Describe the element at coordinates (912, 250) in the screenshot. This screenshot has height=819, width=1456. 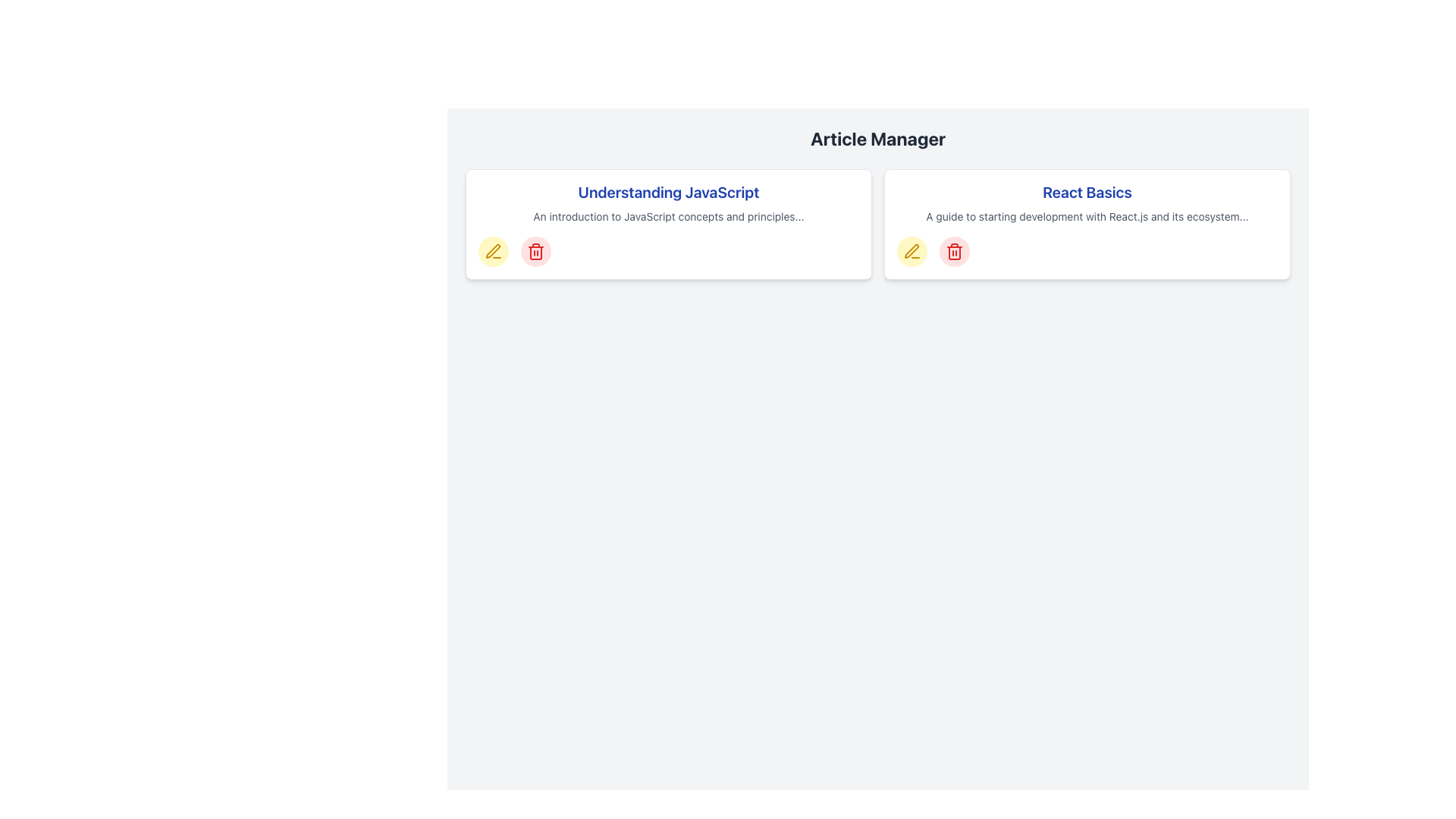
I see `the edit button for the article titled 'React Basics', which is the first button in the row of action icons below the article title` at that location.